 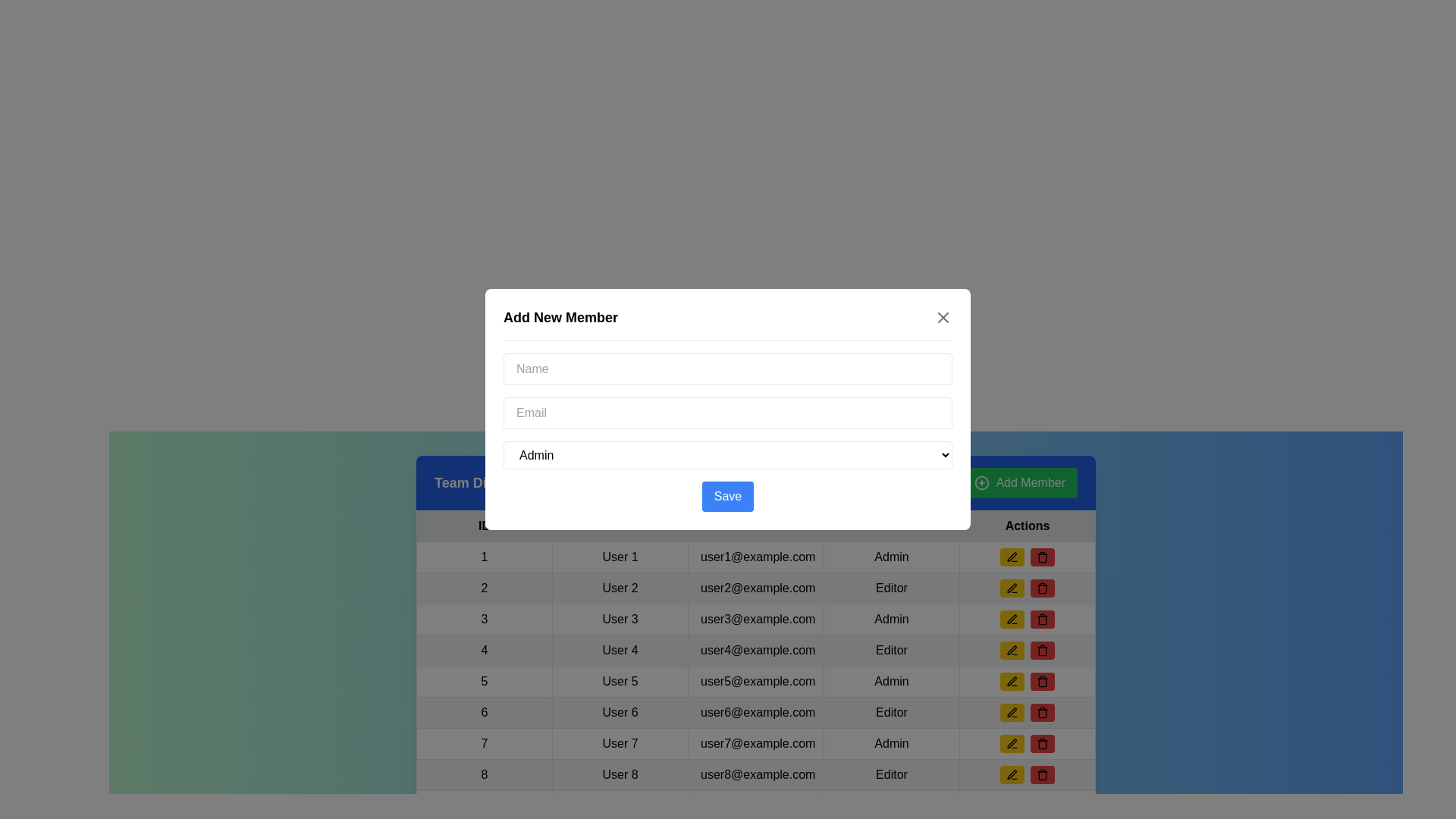 I want to click on the edit icon within the yellow button in the 'Actions' column to modify the details of 'User 5' with the email 'user5@example.com', so click(x=1012, y=587).